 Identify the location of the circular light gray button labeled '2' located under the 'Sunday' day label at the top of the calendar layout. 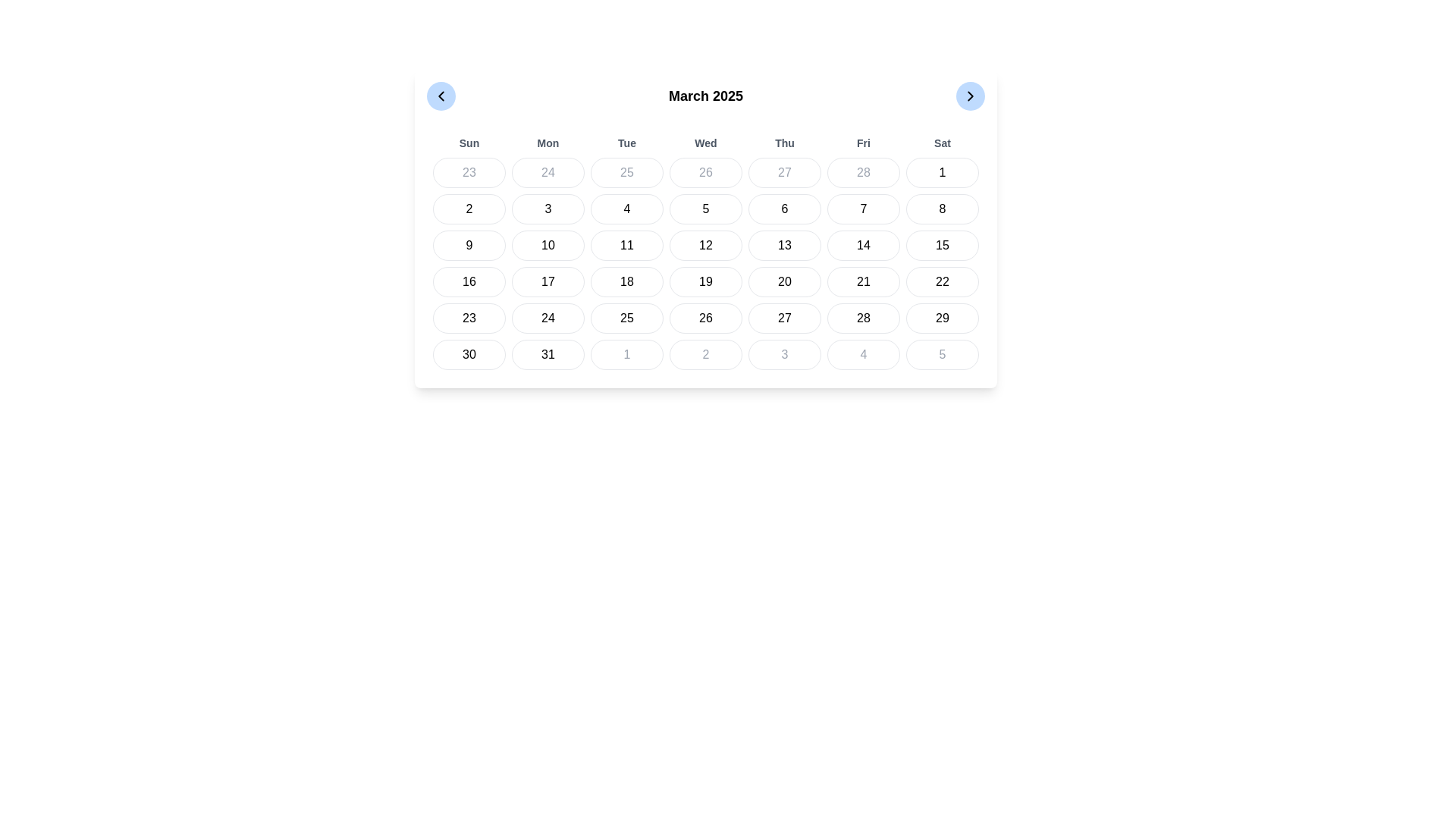
(469, 209).